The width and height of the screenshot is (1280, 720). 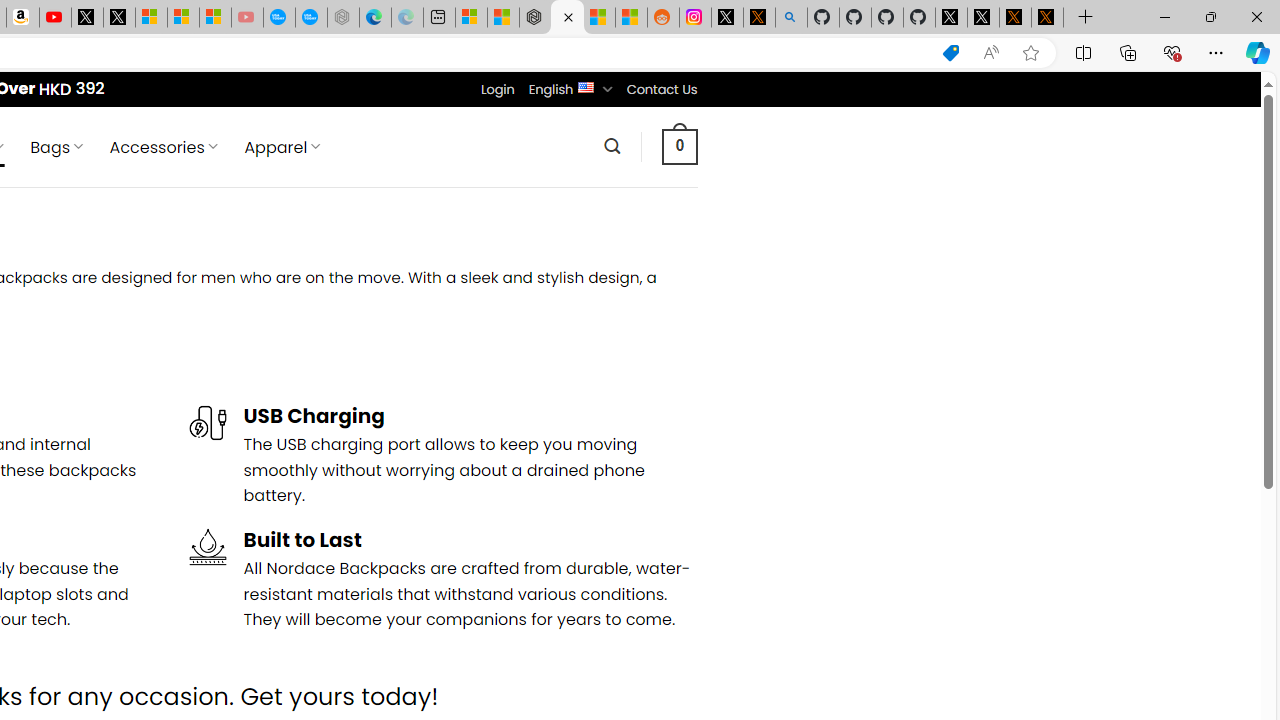 What do you see at coordinates (566, 17) in the screenshot?
I see `'Nordace - Men'` at bounding box center [566, 17].